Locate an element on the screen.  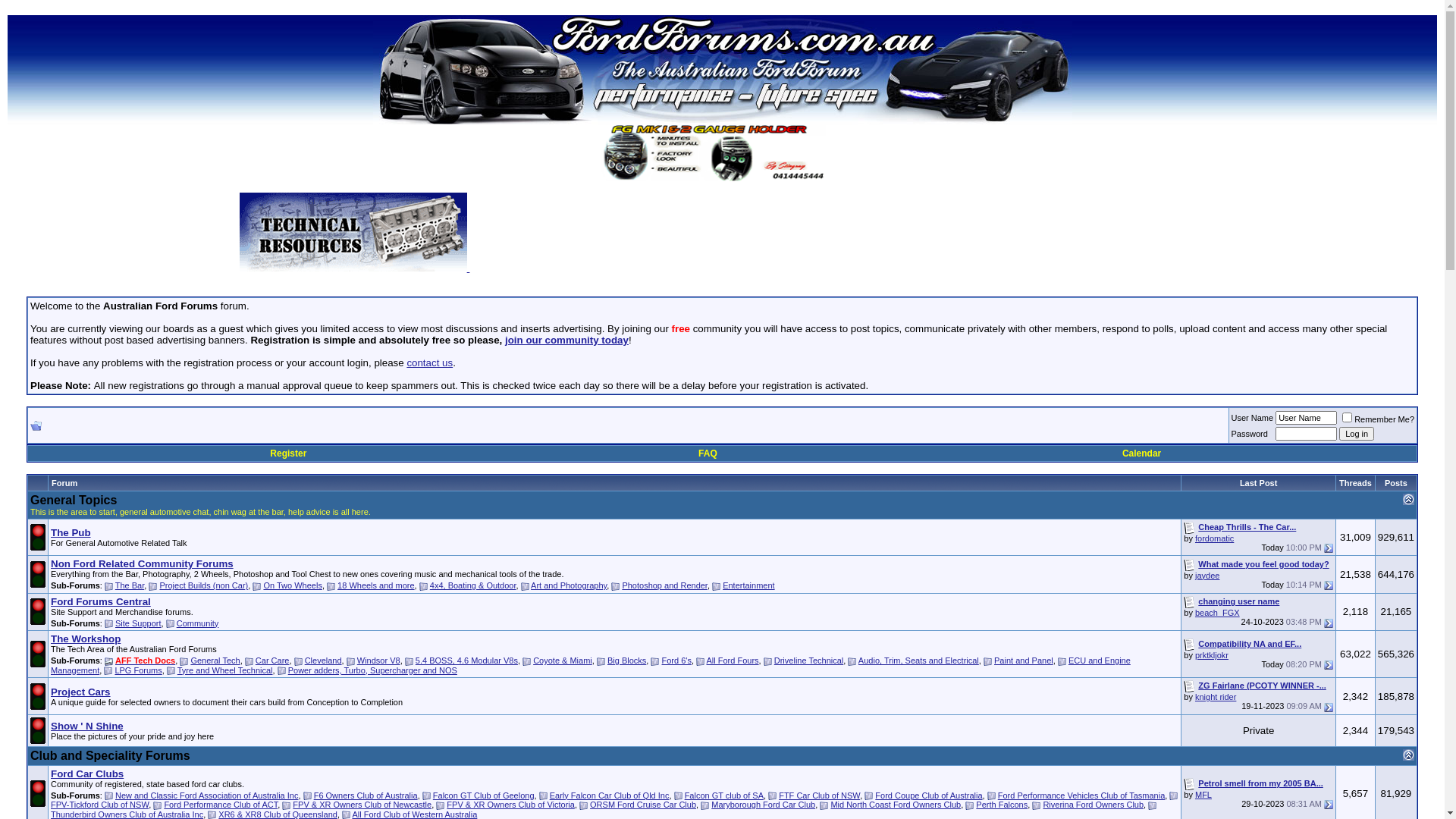
'jaydee' is located at coordinates (1207, 576).